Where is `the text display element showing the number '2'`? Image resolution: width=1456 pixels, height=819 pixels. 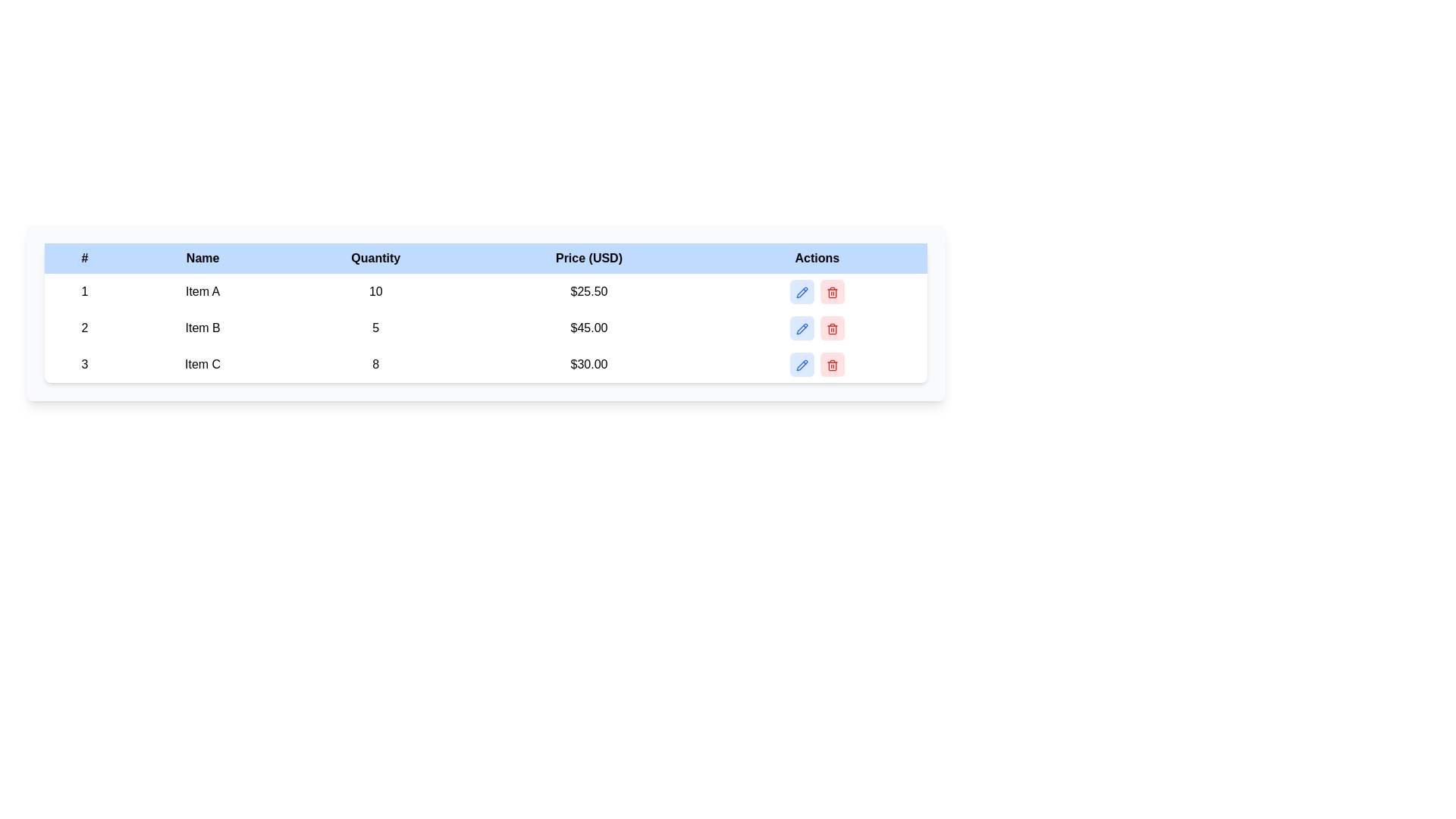
the text display element showing the number '2' is located at coordinates (83, 327).